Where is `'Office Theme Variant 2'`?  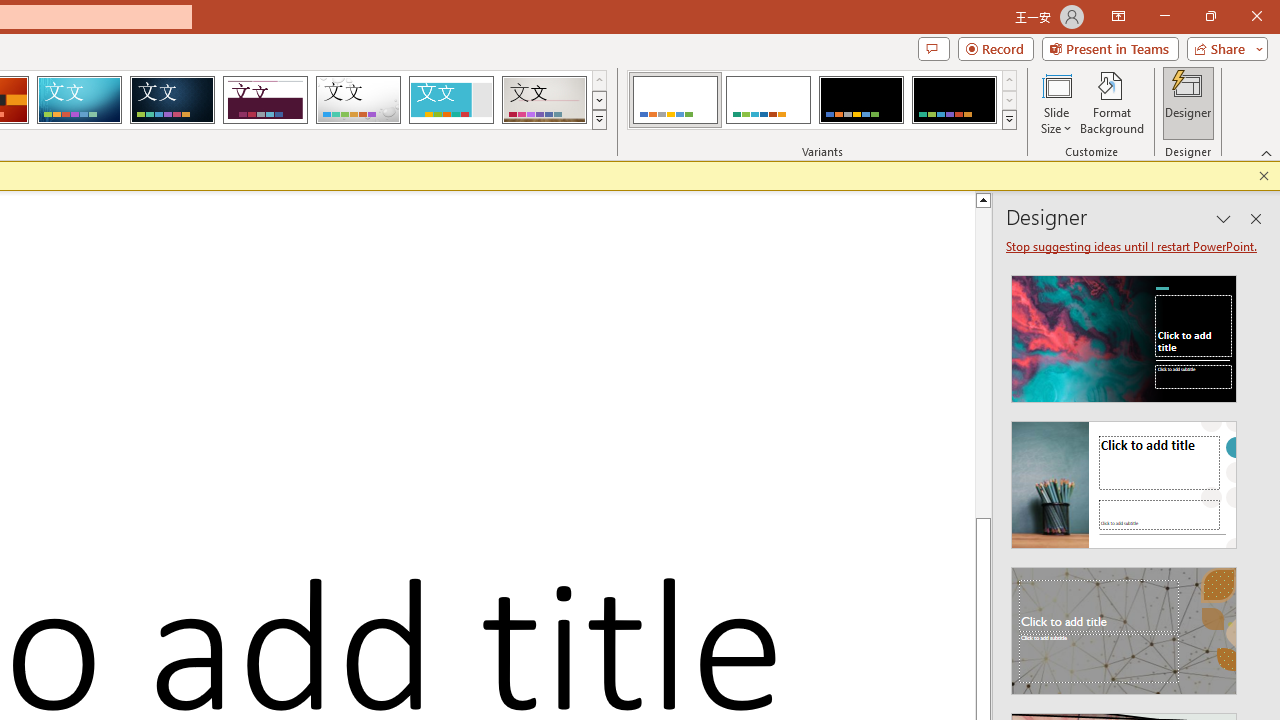
'Office Theme Variant 2' is located at coordinates (767, 100).